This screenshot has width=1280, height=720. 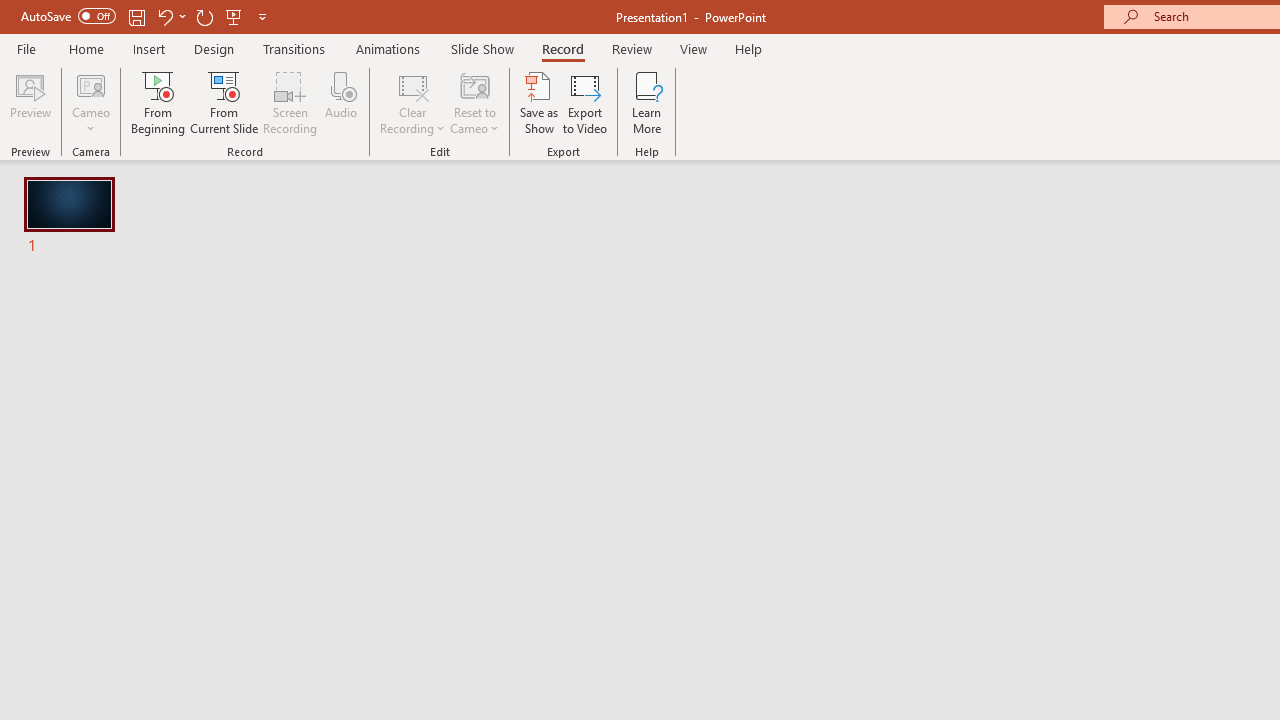 What do you see at coordinates (26, 47) in the screenshot?
I see `'File Tab'` at bounding box center [26, 47].